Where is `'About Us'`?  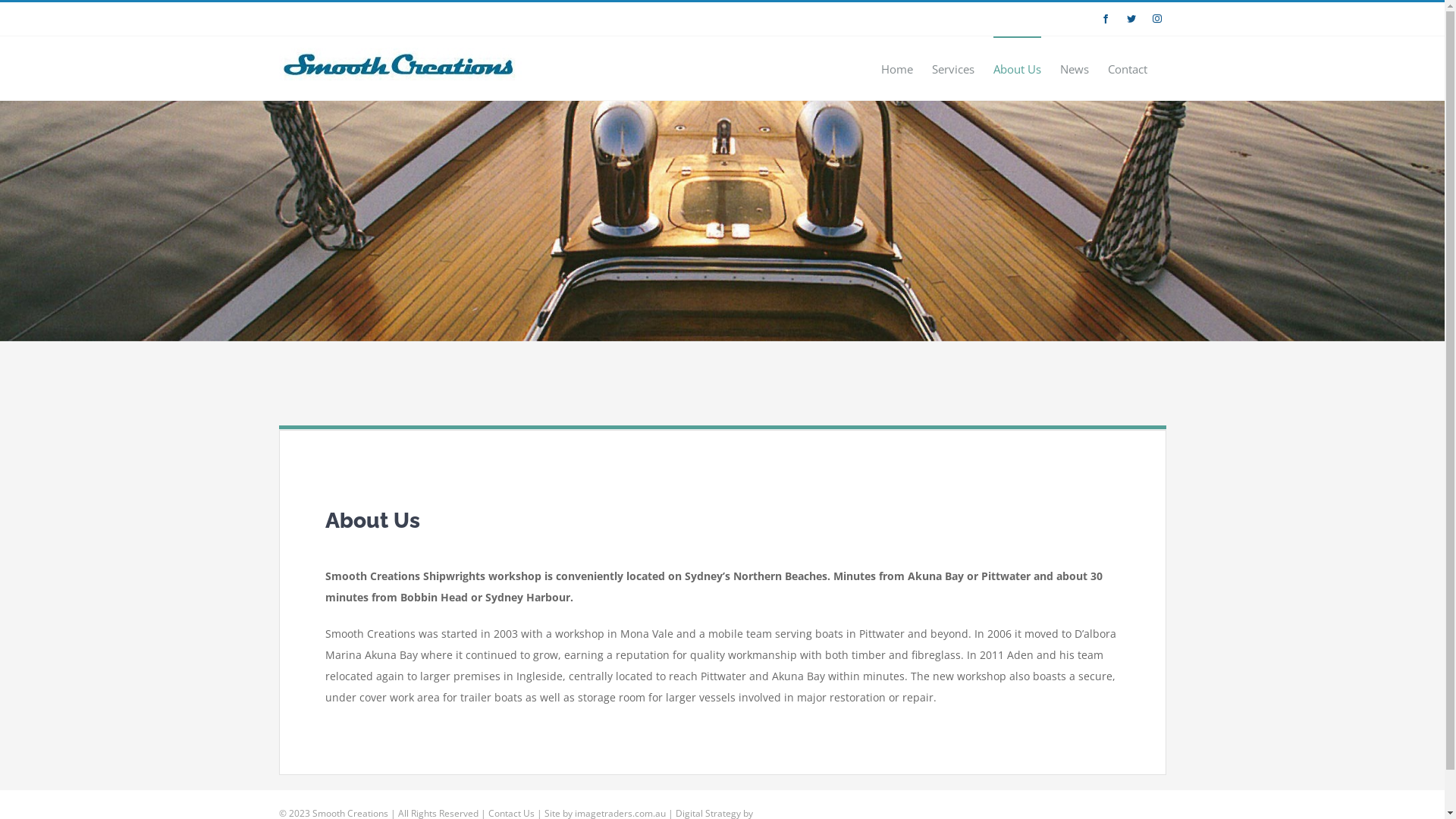
'About Us' is located at coordinates (1017, 67).